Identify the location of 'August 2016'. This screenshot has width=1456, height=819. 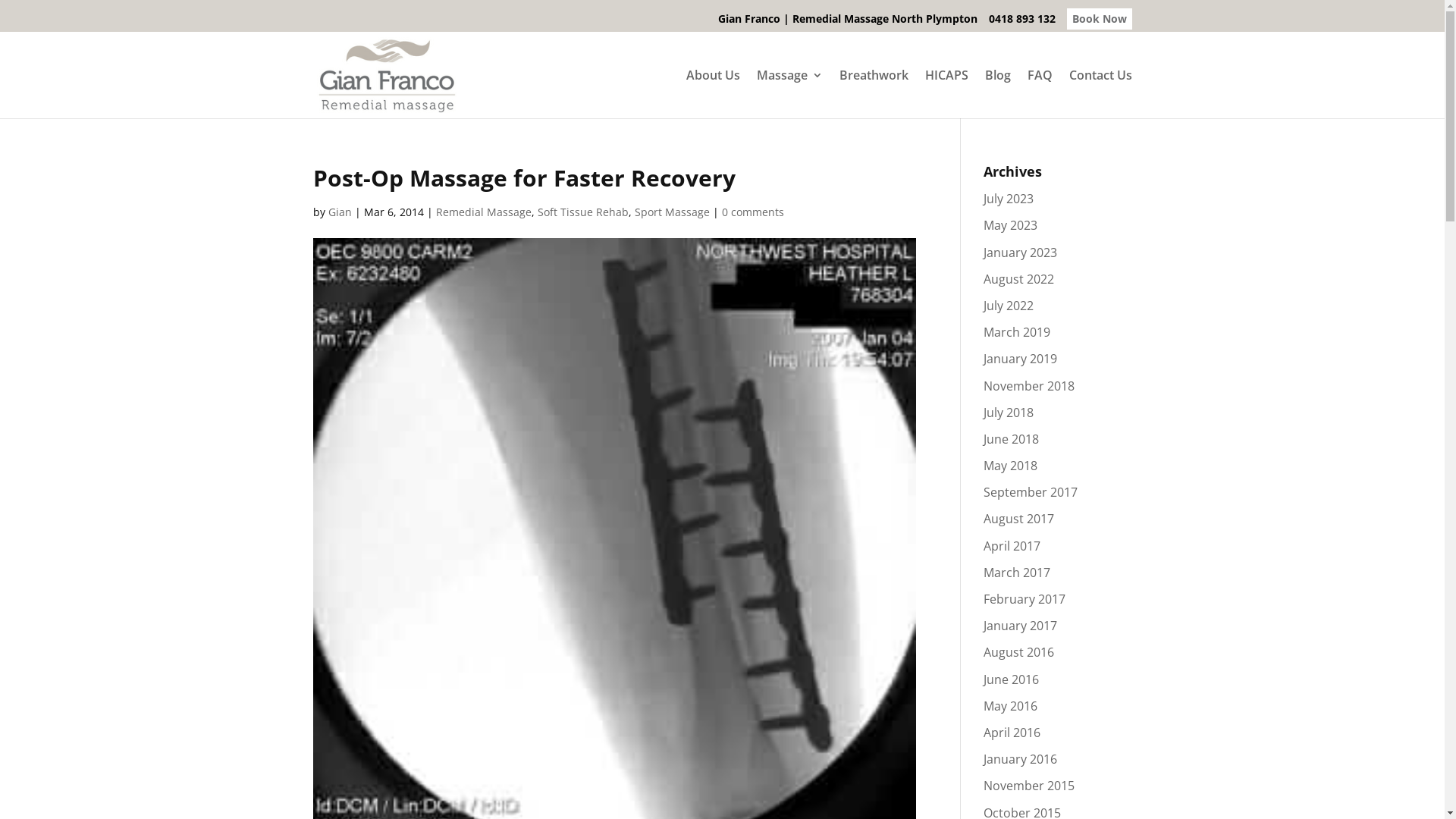
(1018, 651).